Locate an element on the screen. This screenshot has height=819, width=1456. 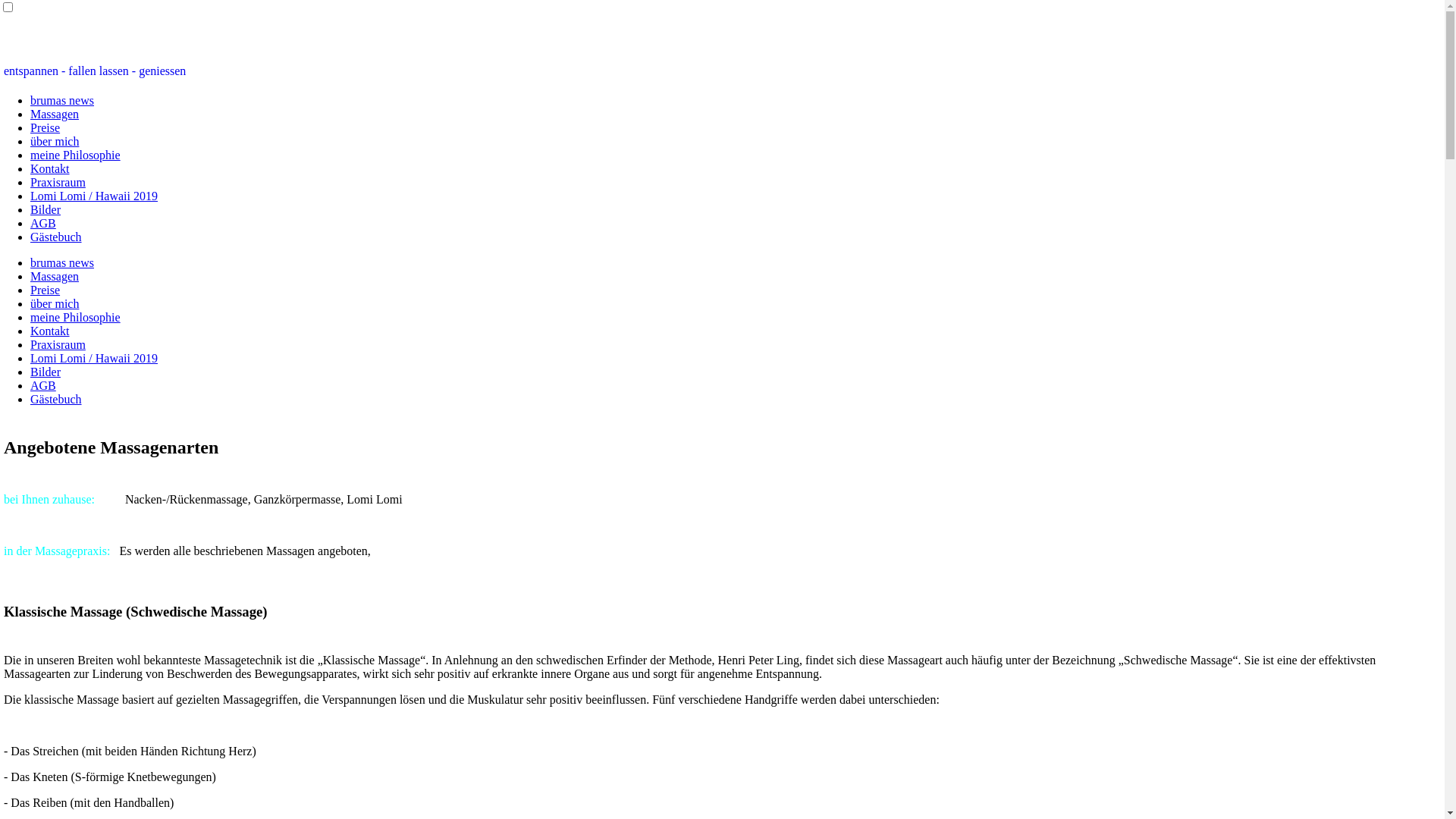
'Kontakt' is located at coordinates (30, 168).